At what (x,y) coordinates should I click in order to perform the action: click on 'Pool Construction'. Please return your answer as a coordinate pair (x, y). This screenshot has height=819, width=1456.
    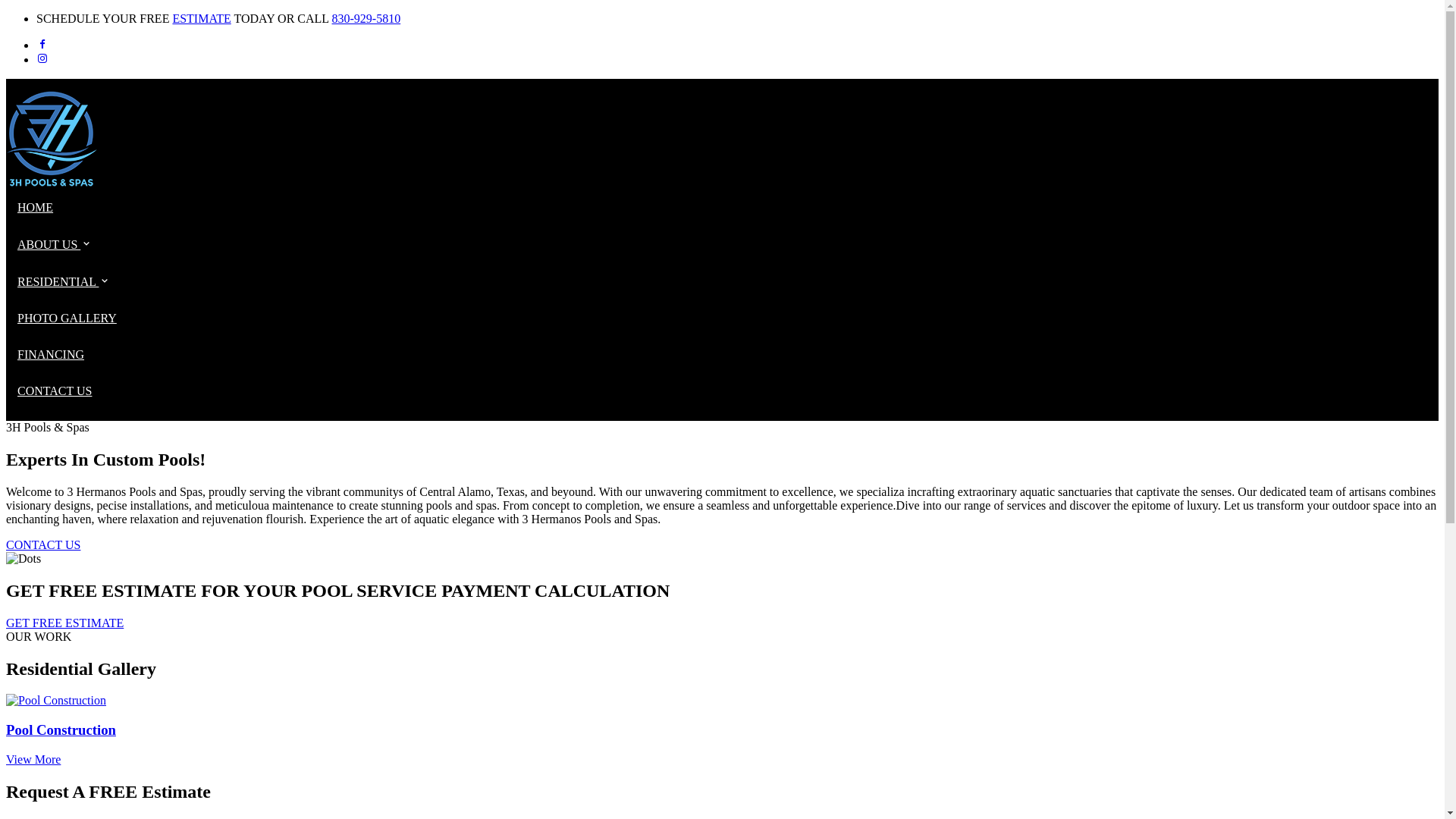
    Looking at the image, I should click on (721, 730).